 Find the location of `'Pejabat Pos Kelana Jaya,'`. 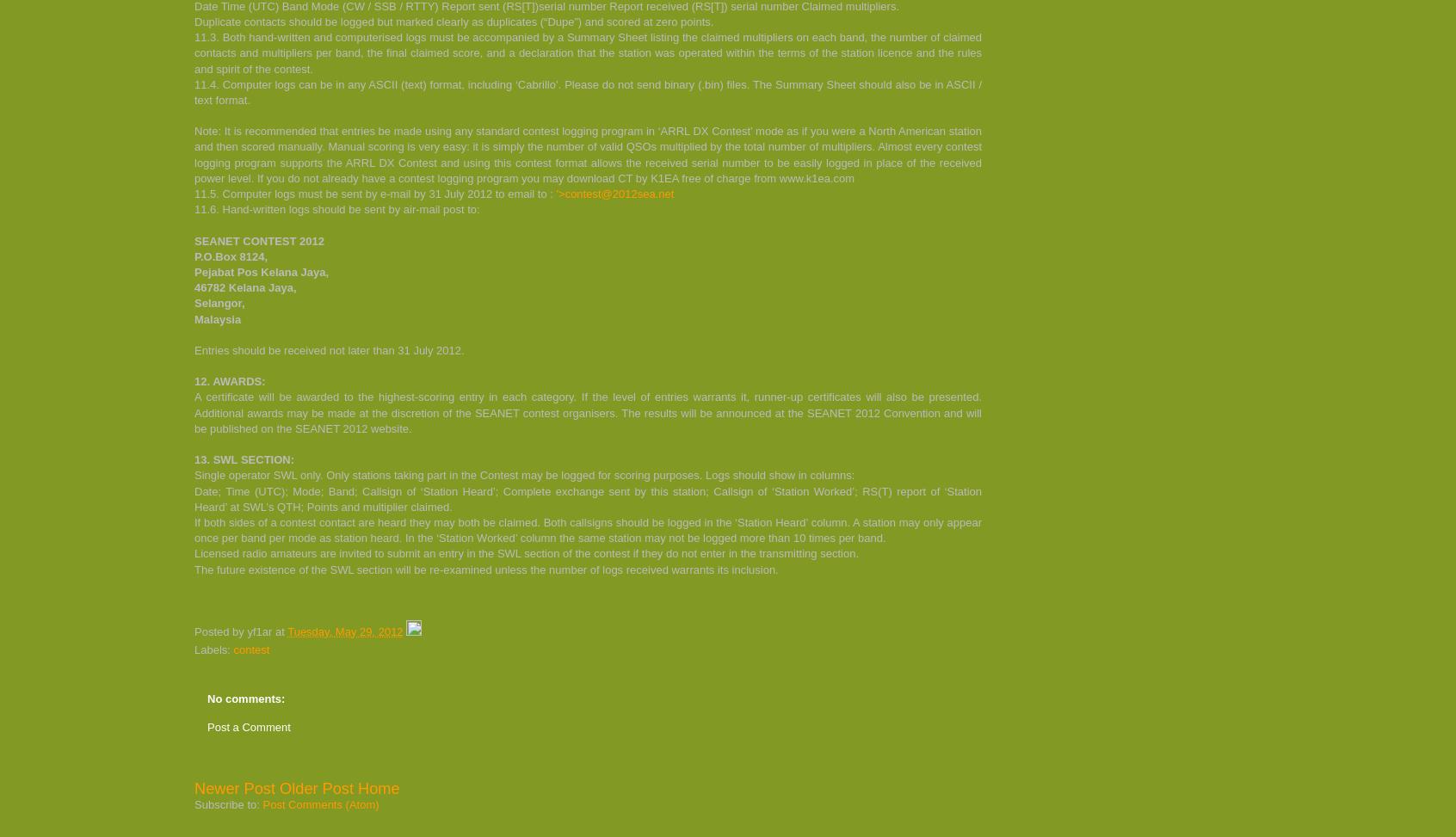

'Pejabat Pos Kelana Jaya,' is located at coordinates (261, 271).